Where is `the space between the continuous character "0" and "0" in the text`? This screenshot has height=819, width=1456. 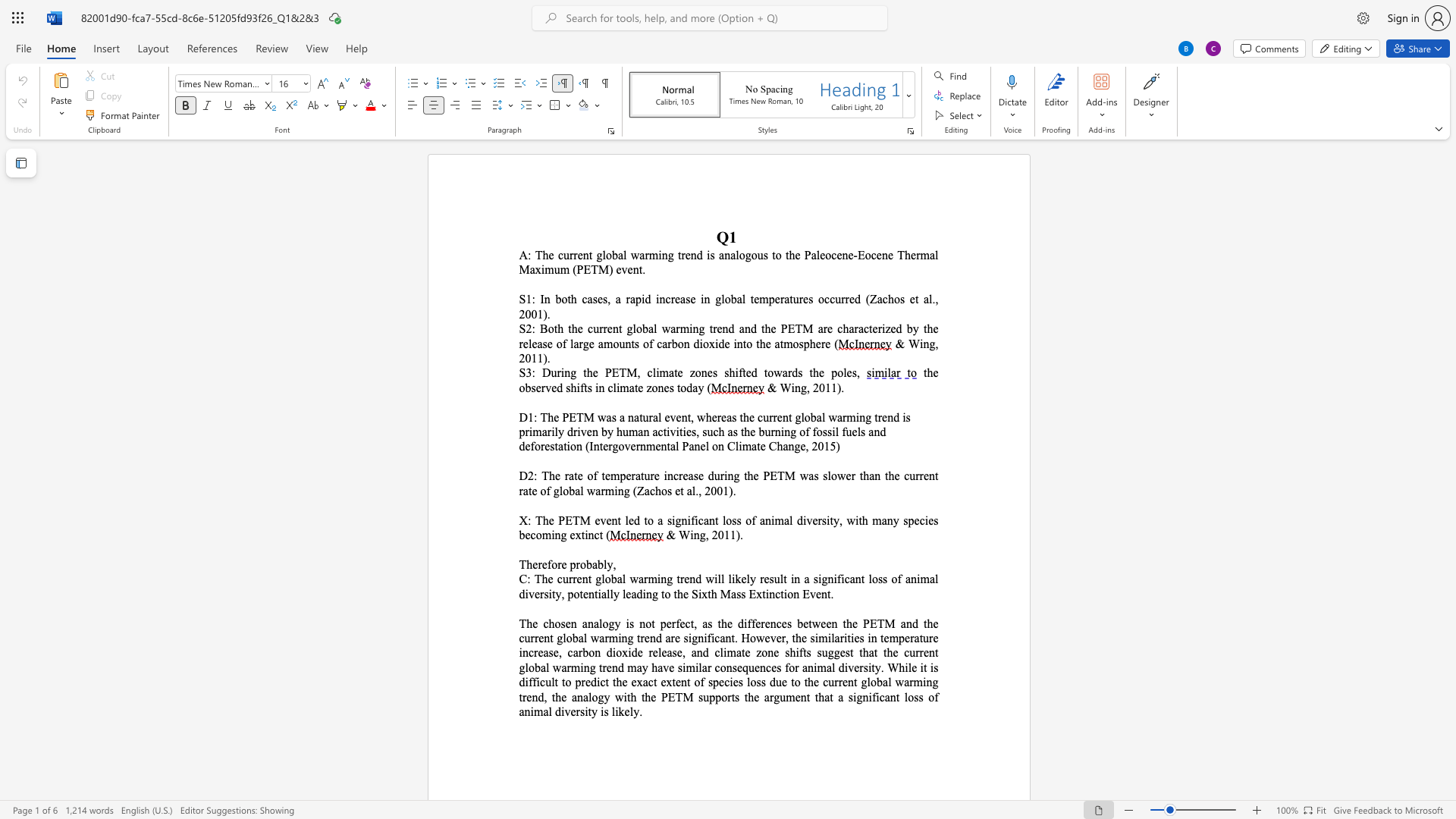 the space between the continuous character "0" and "0" in the text is located at coordinates (531, 313).